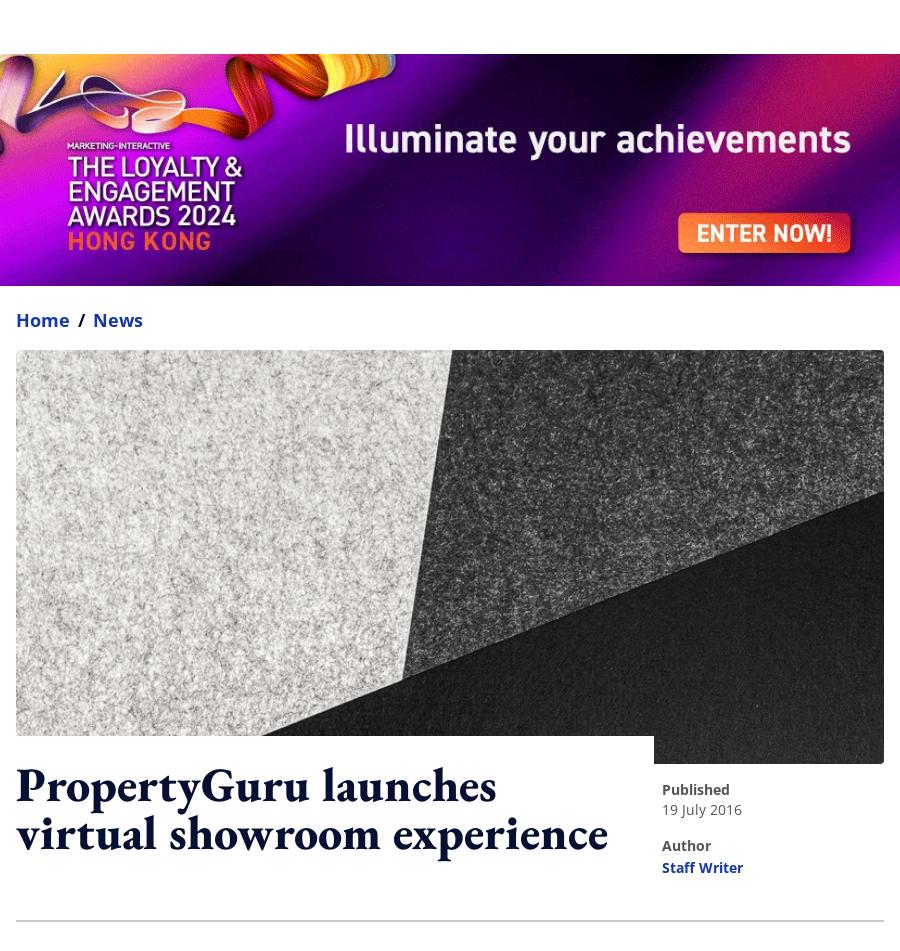 Image resolution: width=900 pixels, height=951 pixels. I want to click on 'Menu', so click(852, 26).